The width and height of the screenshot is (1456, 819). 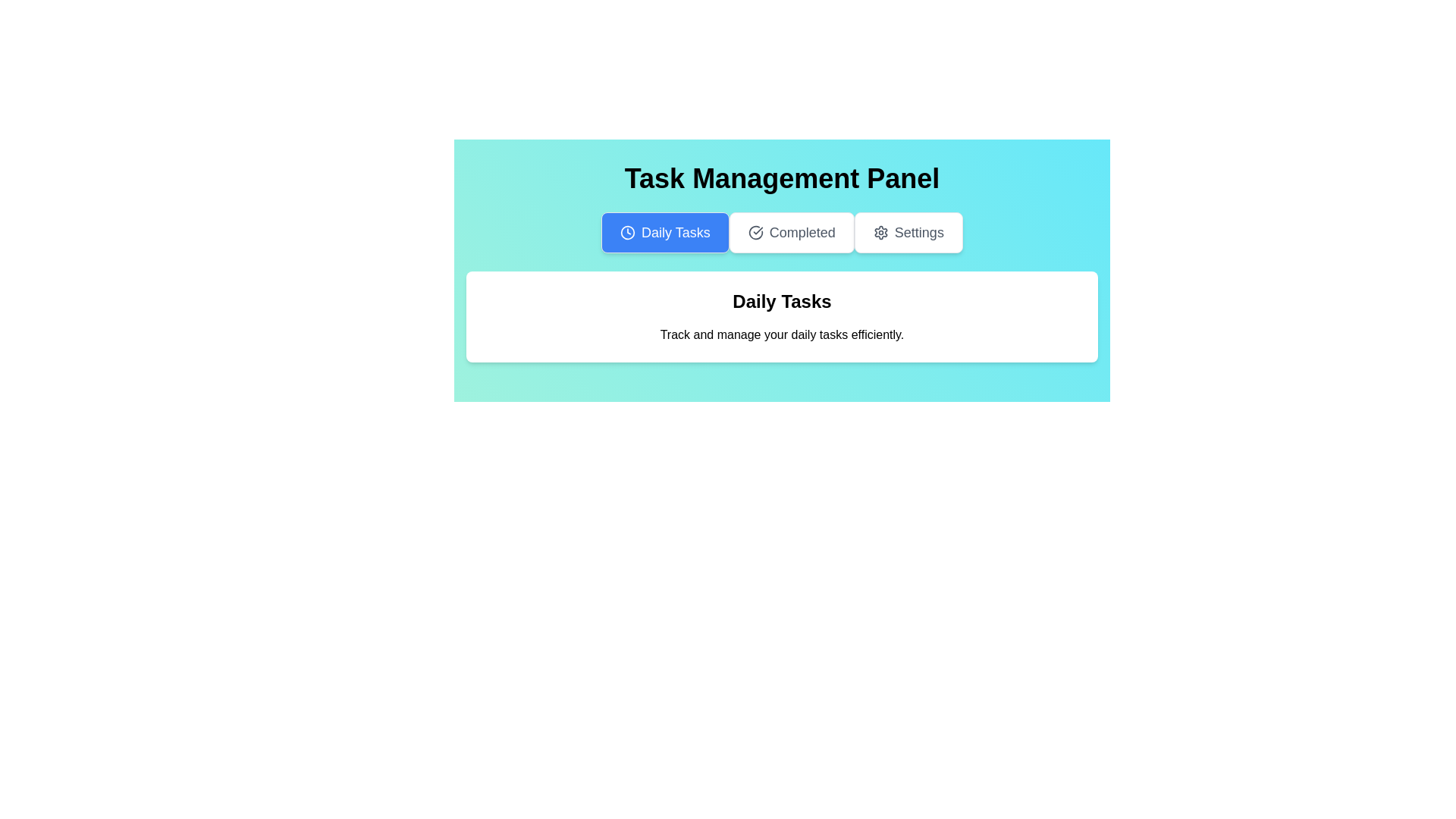 I want to click on the 'Daily Tasks' text label, which is styled in bold and slightly larger font, positioned prominently on a card with a white background, and is the first line above the smaller descriptive text, so click(x=782, y=301).